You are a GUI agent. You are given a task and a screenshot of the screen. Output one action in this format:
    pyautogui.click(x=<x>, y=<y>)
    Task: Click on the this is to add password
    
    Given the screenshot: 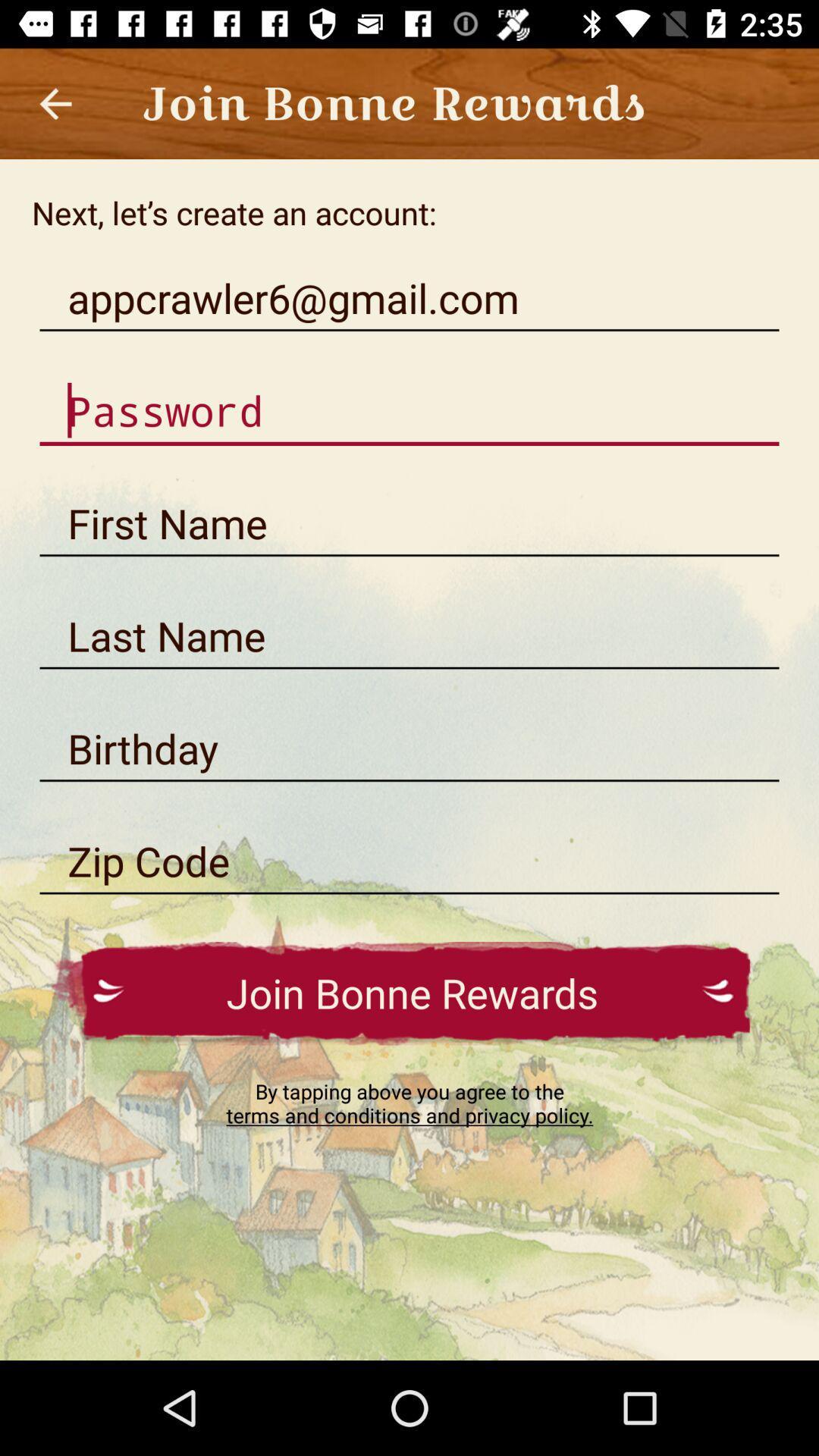 What is the action you would take?
    pyautogui.click(x=409, y=411)
    